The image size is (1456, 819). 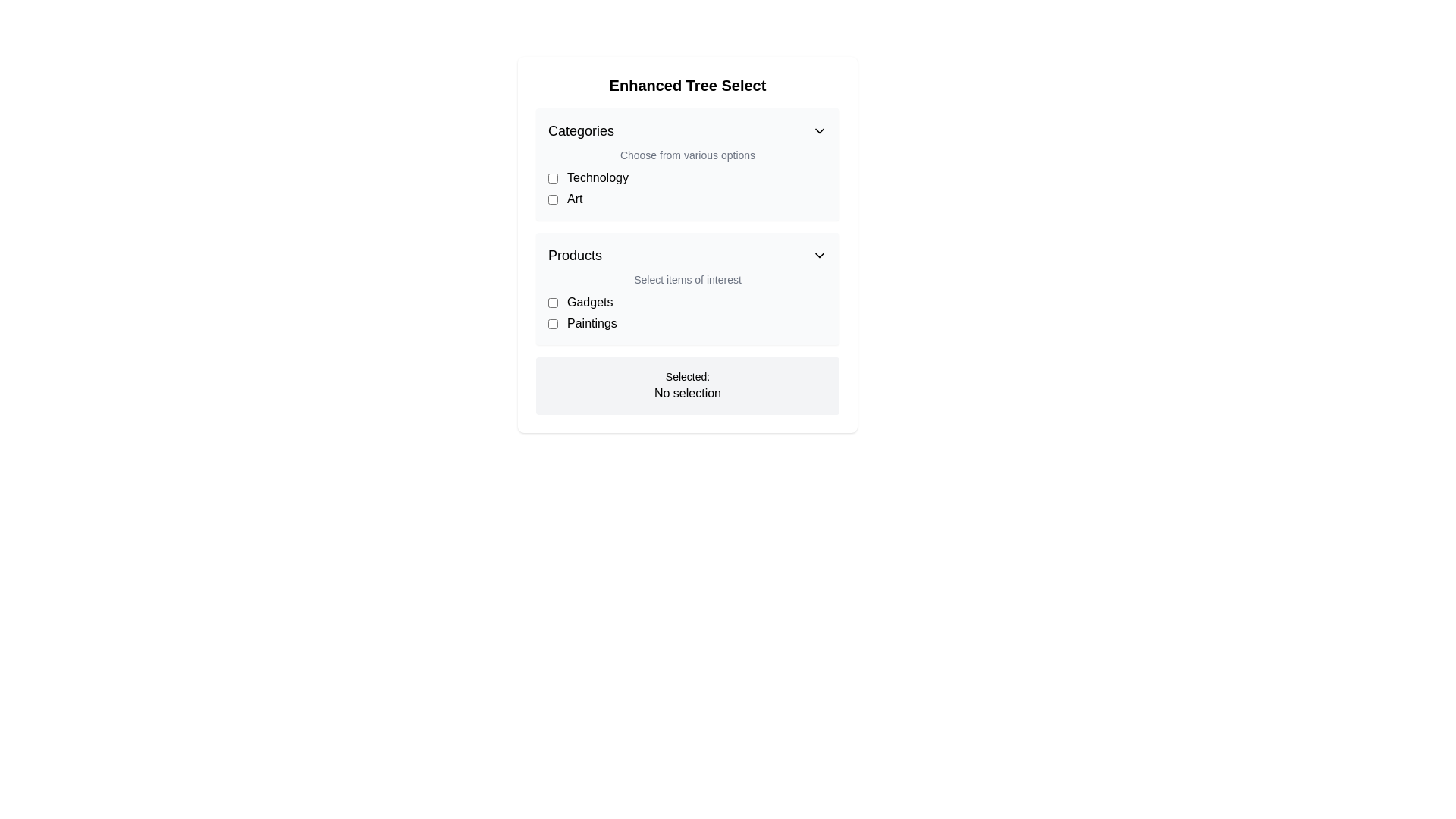 I want to click on the 'Technology' checkbox located in the 'Categories' section, so click(x=552, y=177).